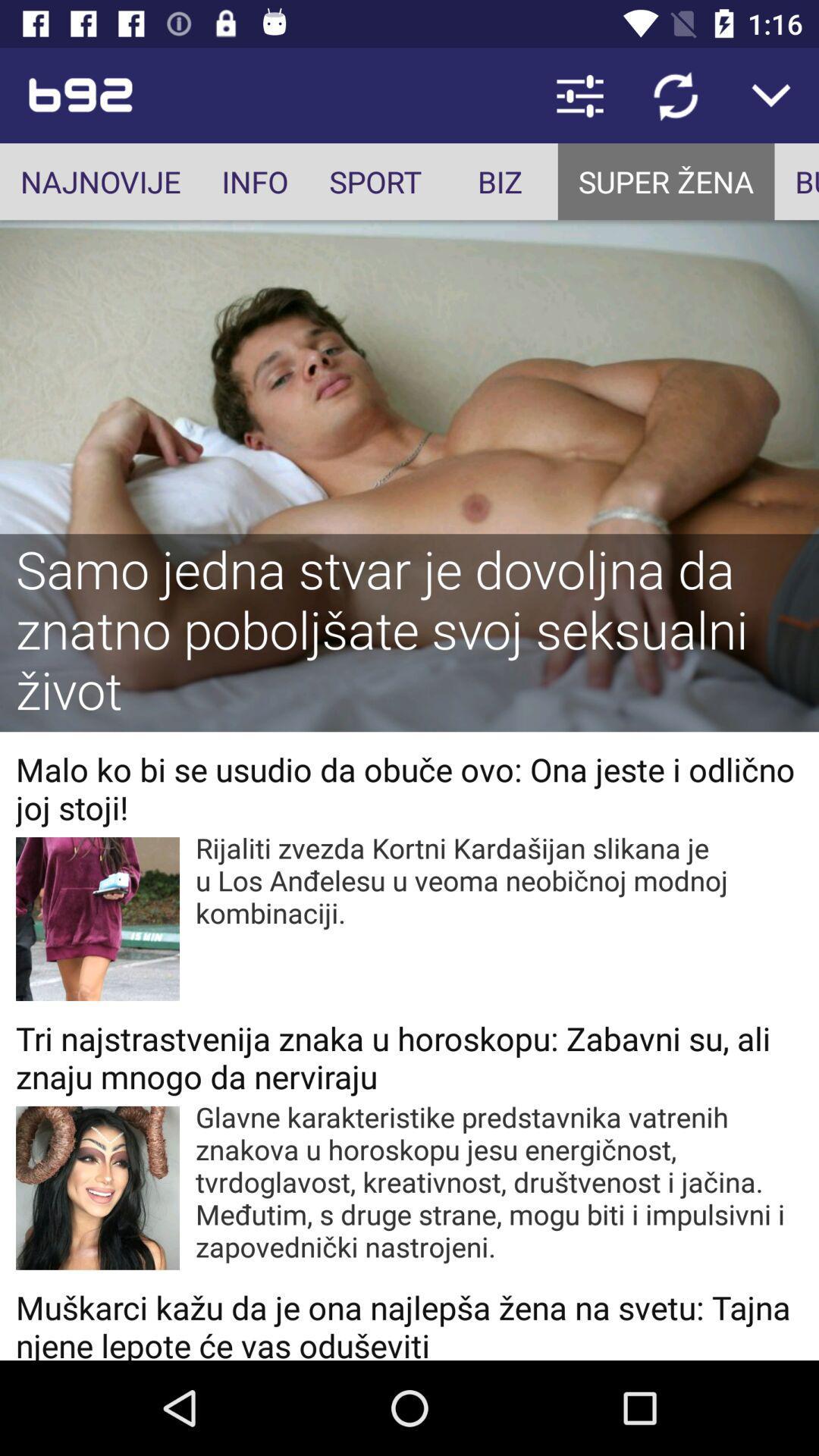 This screenshot has width=819, height=1456. Describe the element at coordinates (97, 1187) in the screenshot. I see `third image on page` at that location.